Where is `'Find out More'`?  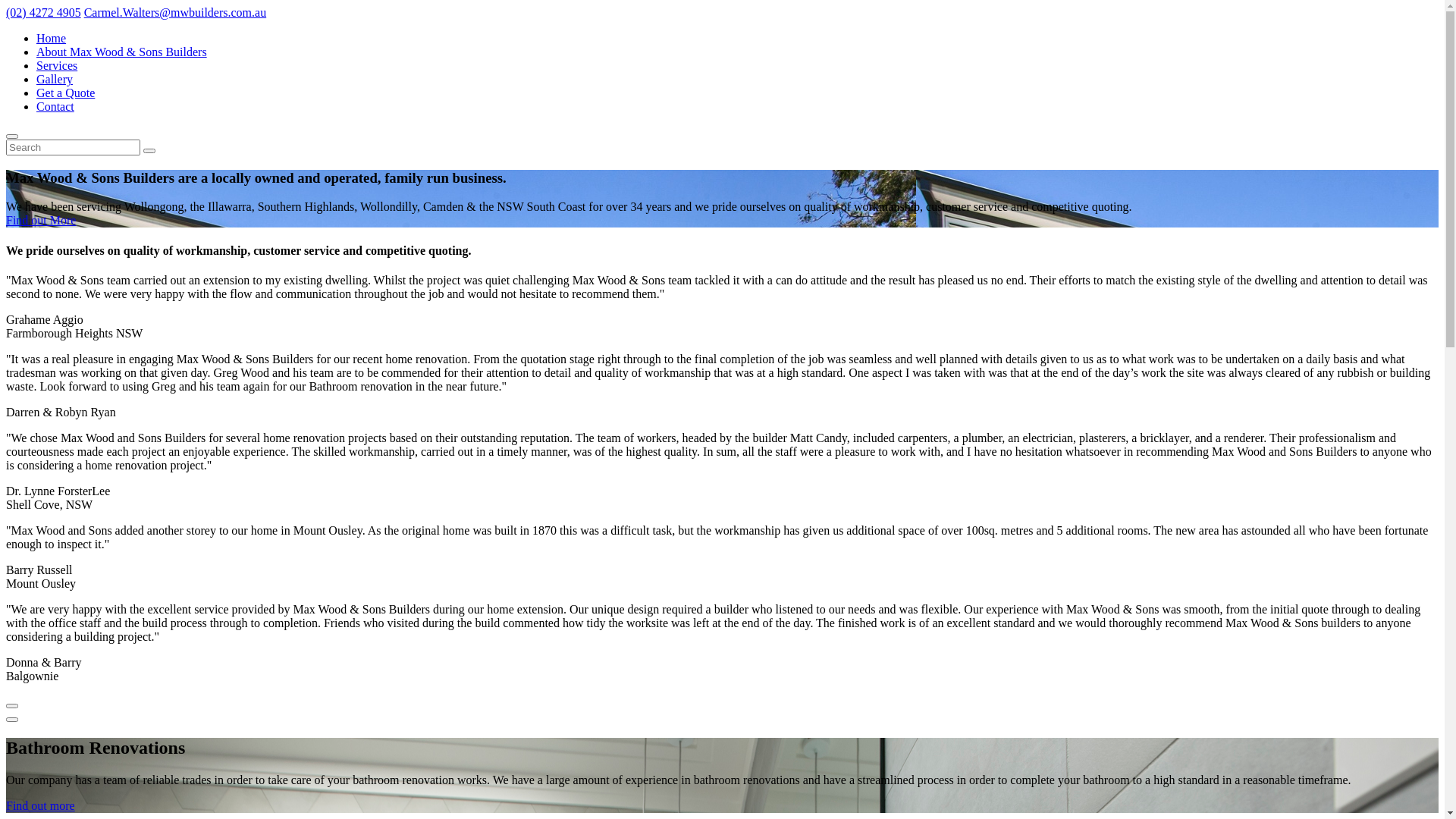 'Find out More' is located at coordinates (40, 220).